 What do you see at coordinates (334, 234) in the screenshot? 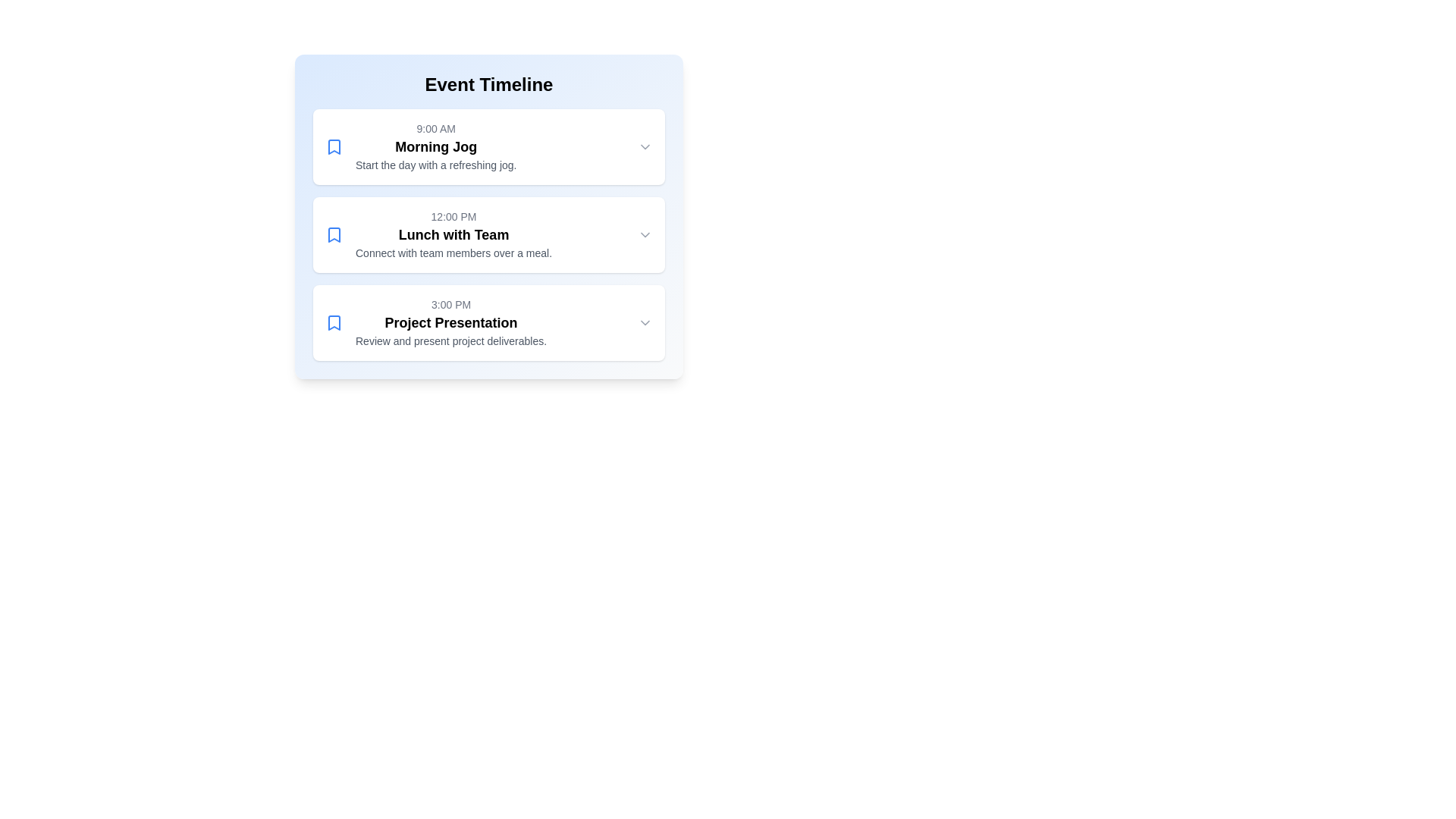
I see `the blue bookmark icon located at the left side of the 'Lunch with Team' event card` at bounding box center [334, 234].